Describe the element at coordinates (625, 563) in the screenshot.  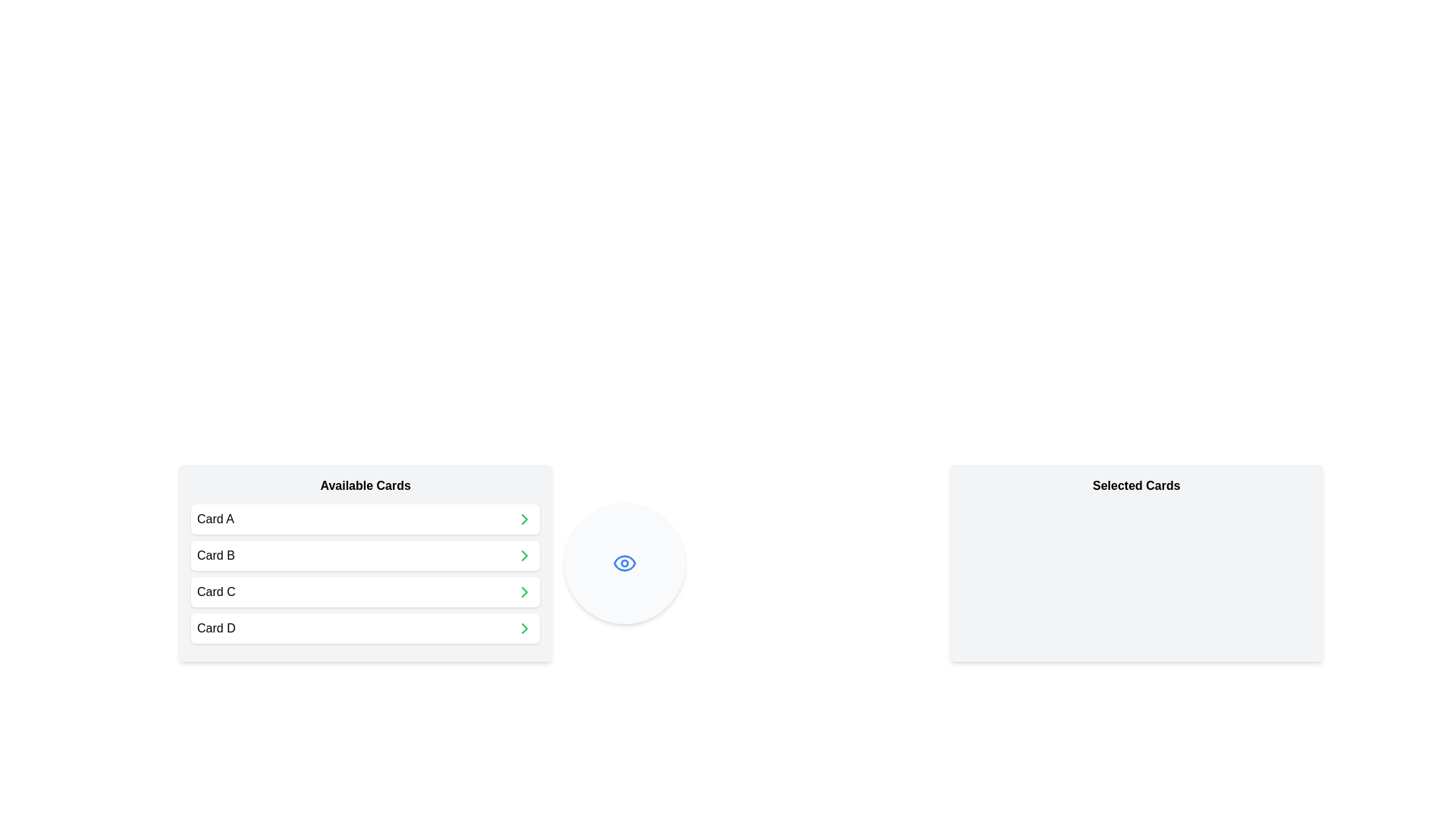
I see `eye icon in the center of the component` at that location.